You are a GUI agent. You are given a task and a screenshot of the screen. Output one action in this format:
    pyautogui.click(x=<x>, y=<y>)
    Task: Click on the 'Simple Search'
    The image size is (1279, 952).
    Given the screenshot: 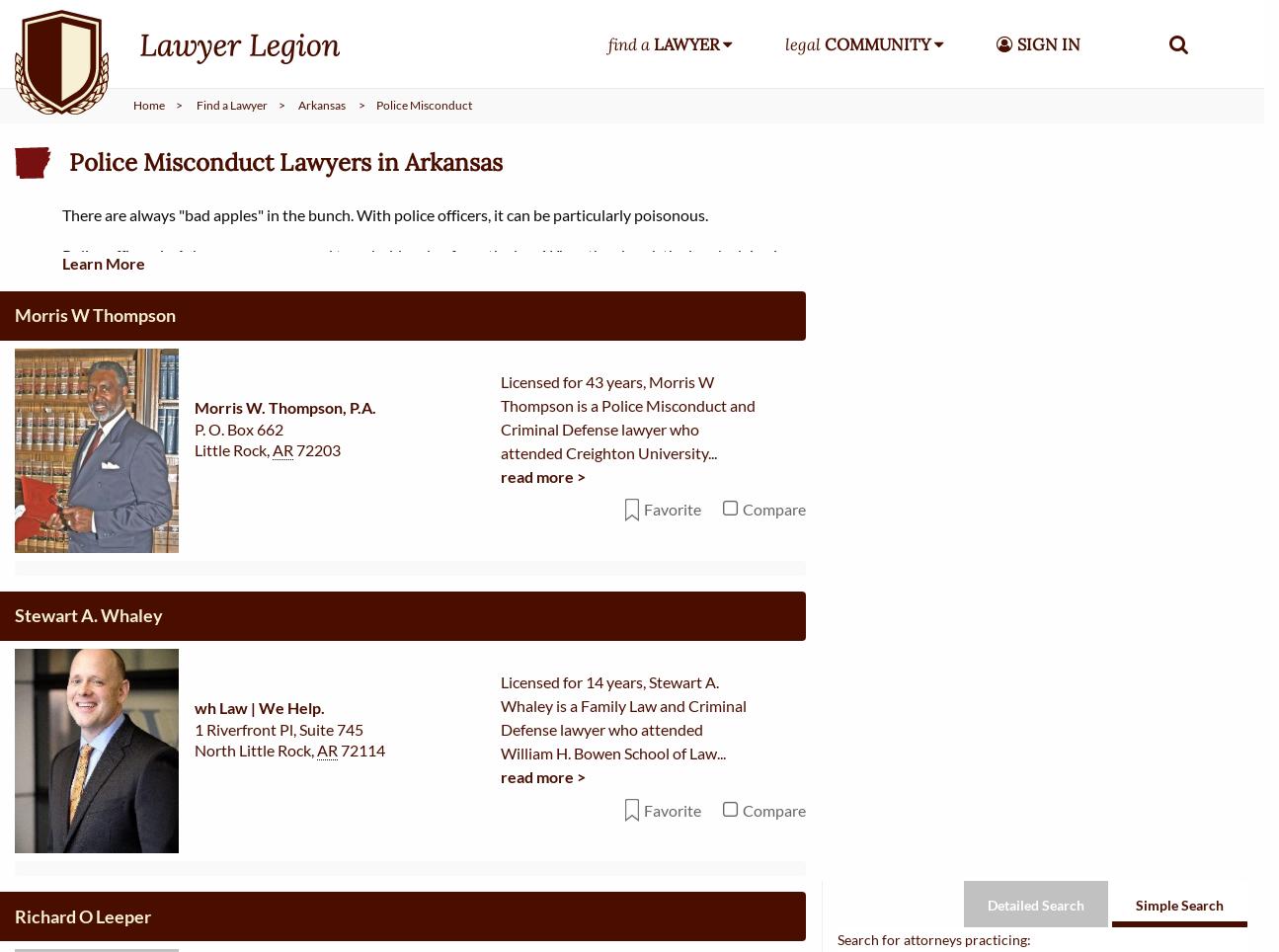 What is the action you would take?
    pyautogui.click(x=1178, y=55)
    